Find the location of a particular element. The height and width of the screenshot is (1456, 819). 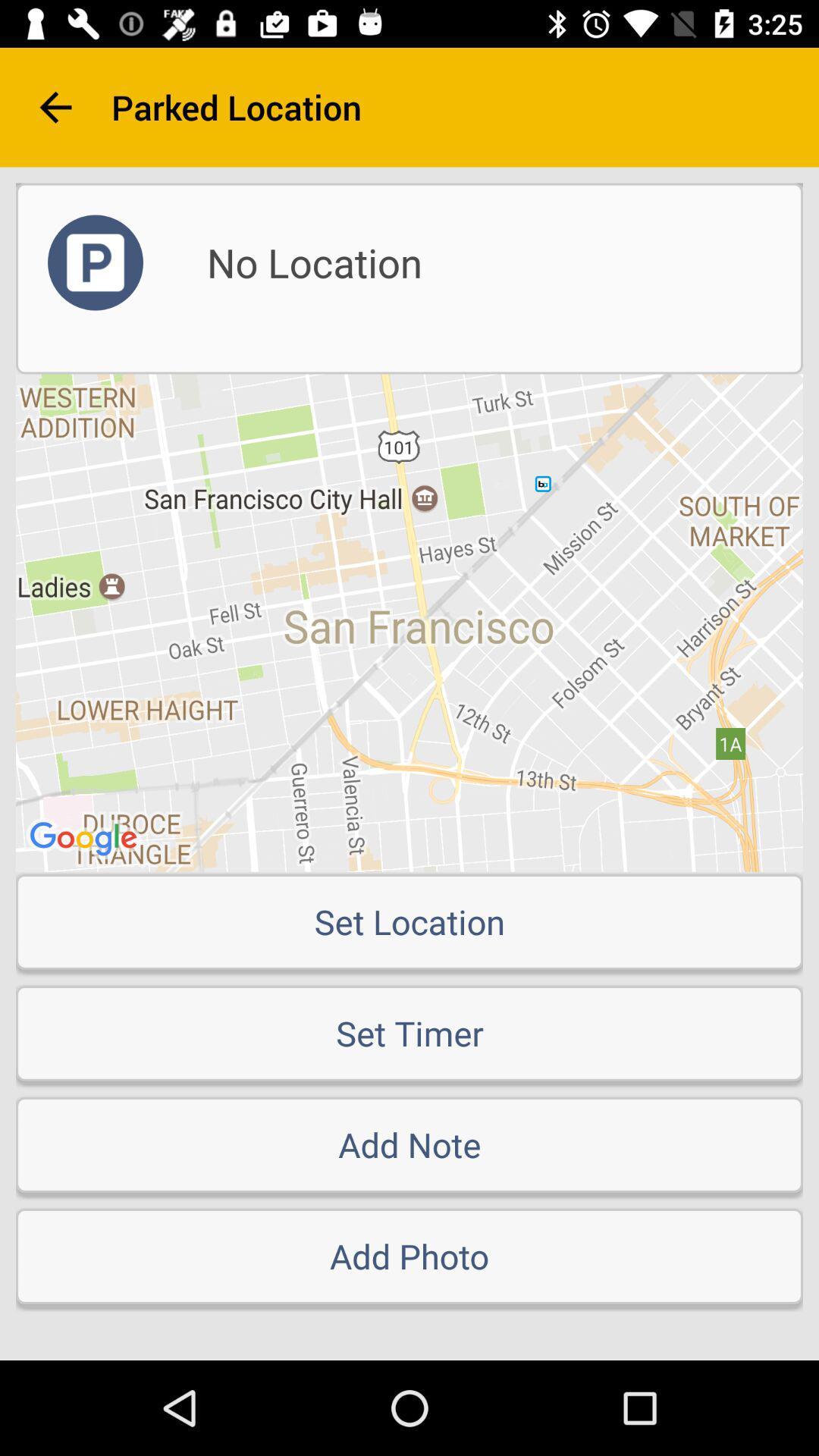

add note item is located at coordinates (409, 1144).